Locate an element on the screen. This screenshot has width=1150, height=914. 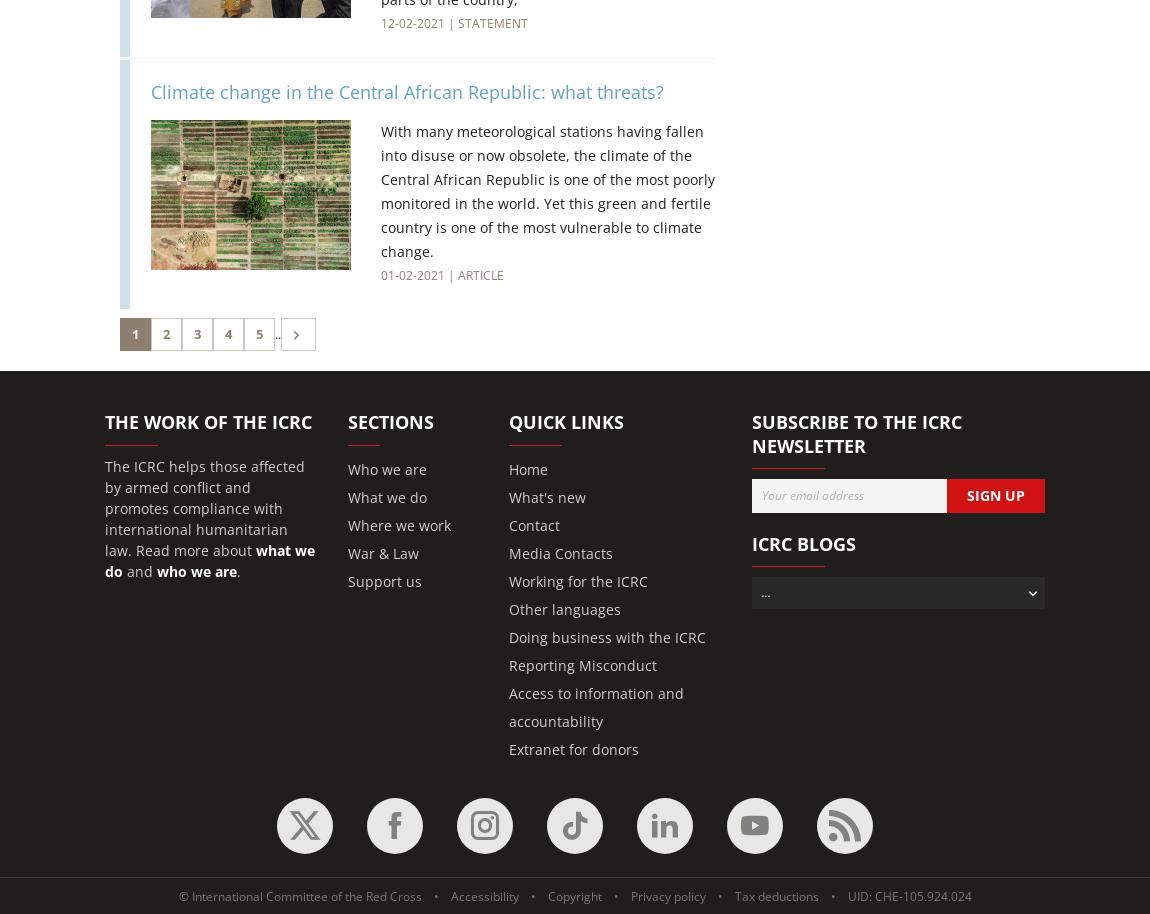
'Home' is located at coordinates (528, 468).